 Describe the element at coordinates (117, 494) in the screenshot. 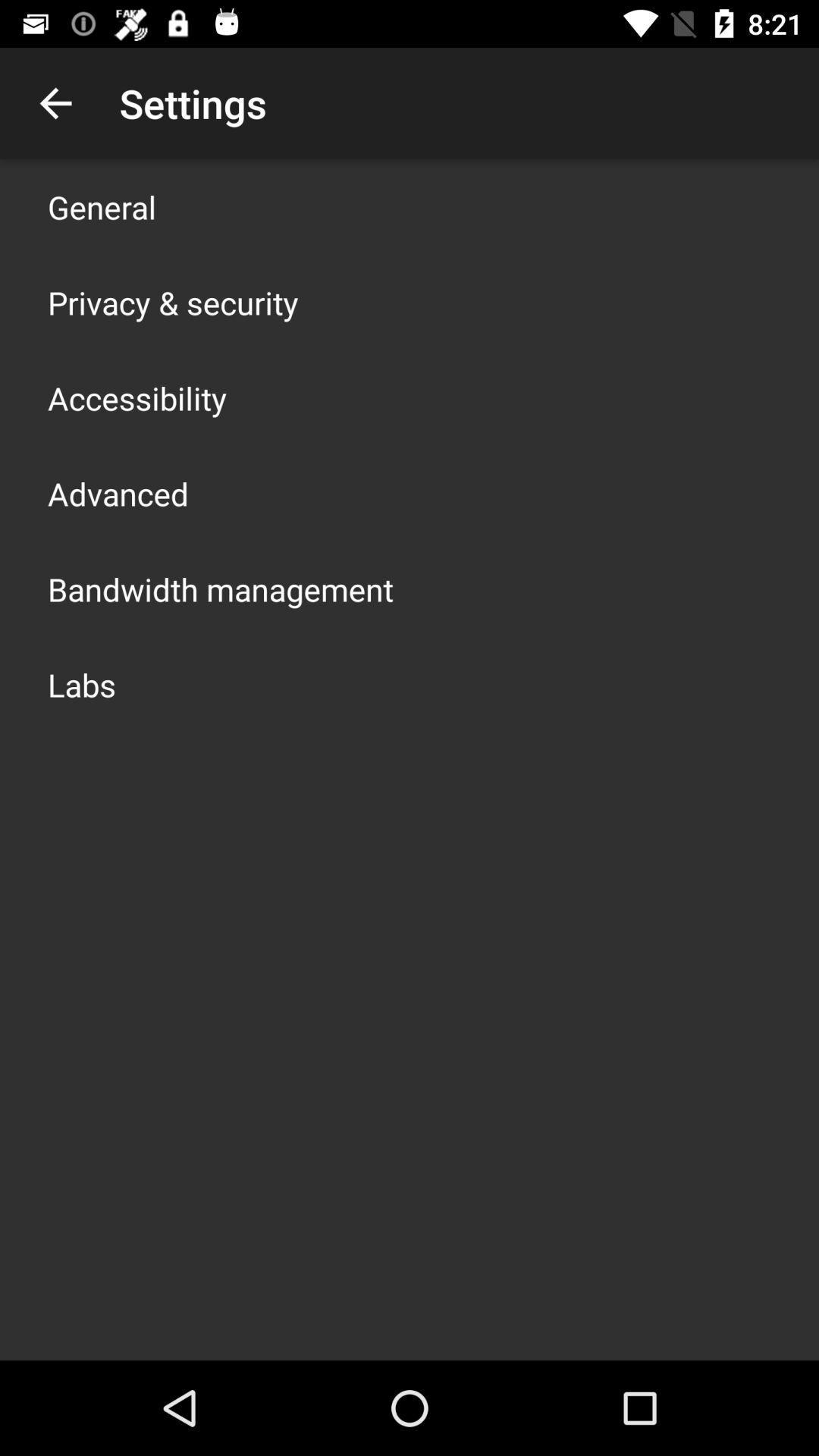

I see `the advanced app` at that location.